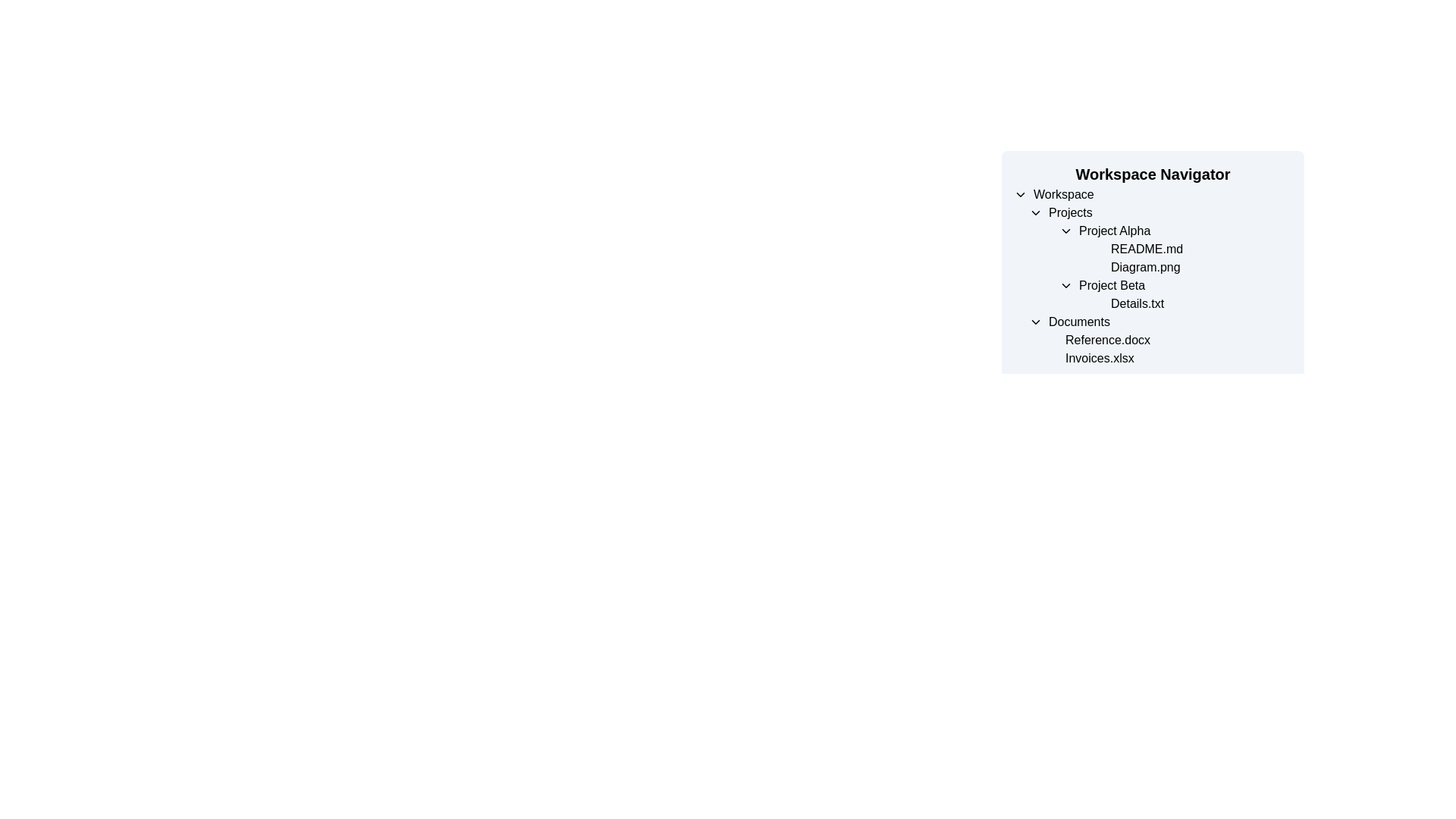  Describe the element at coordinates (1035, 213) in the screenshot. I see `the Chevron icon located to the left of the 'Projects' text` at that location.